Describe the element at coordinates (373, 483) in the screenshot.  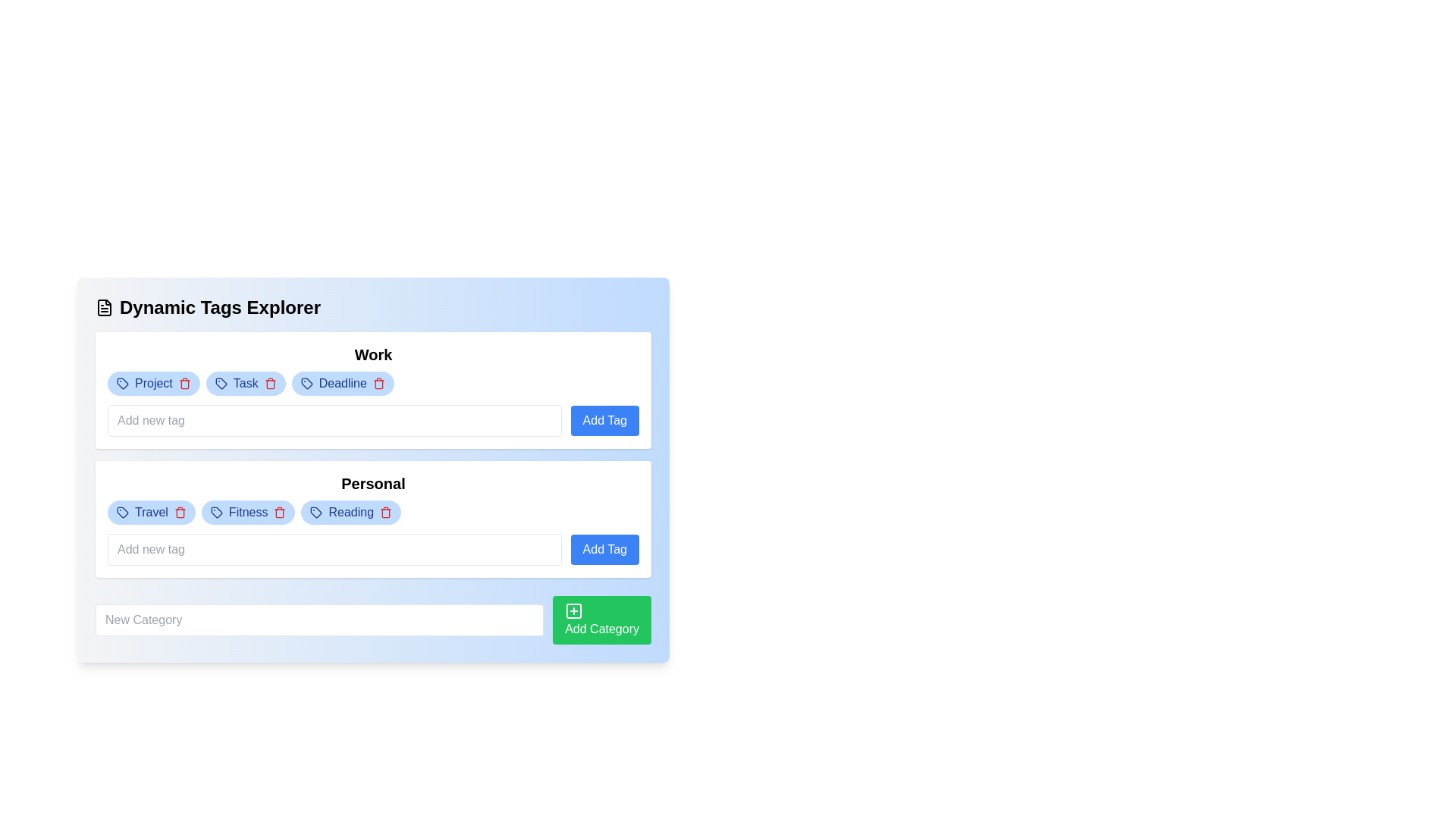
I see `the bold text label that reads 'Personal', which serves as a heading for the section located beneath the 'Work' section` at that location.